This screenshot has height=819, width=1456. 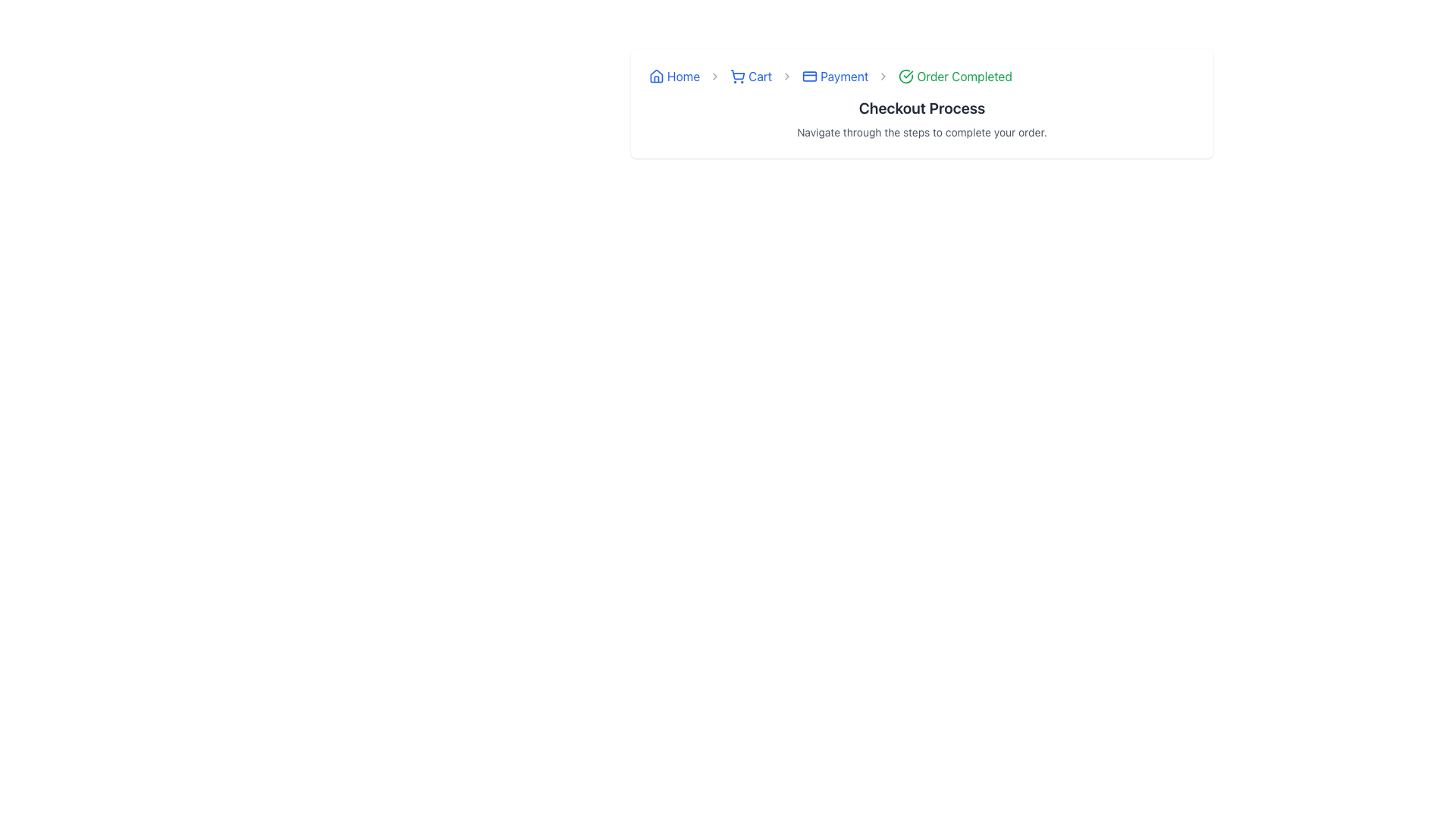 I want to click on the right-facing chevron icon used for navigation in the breadcrumb navigation bar, located between the 'Cart' and 'Payment' text components, so click(x=787, y=76).